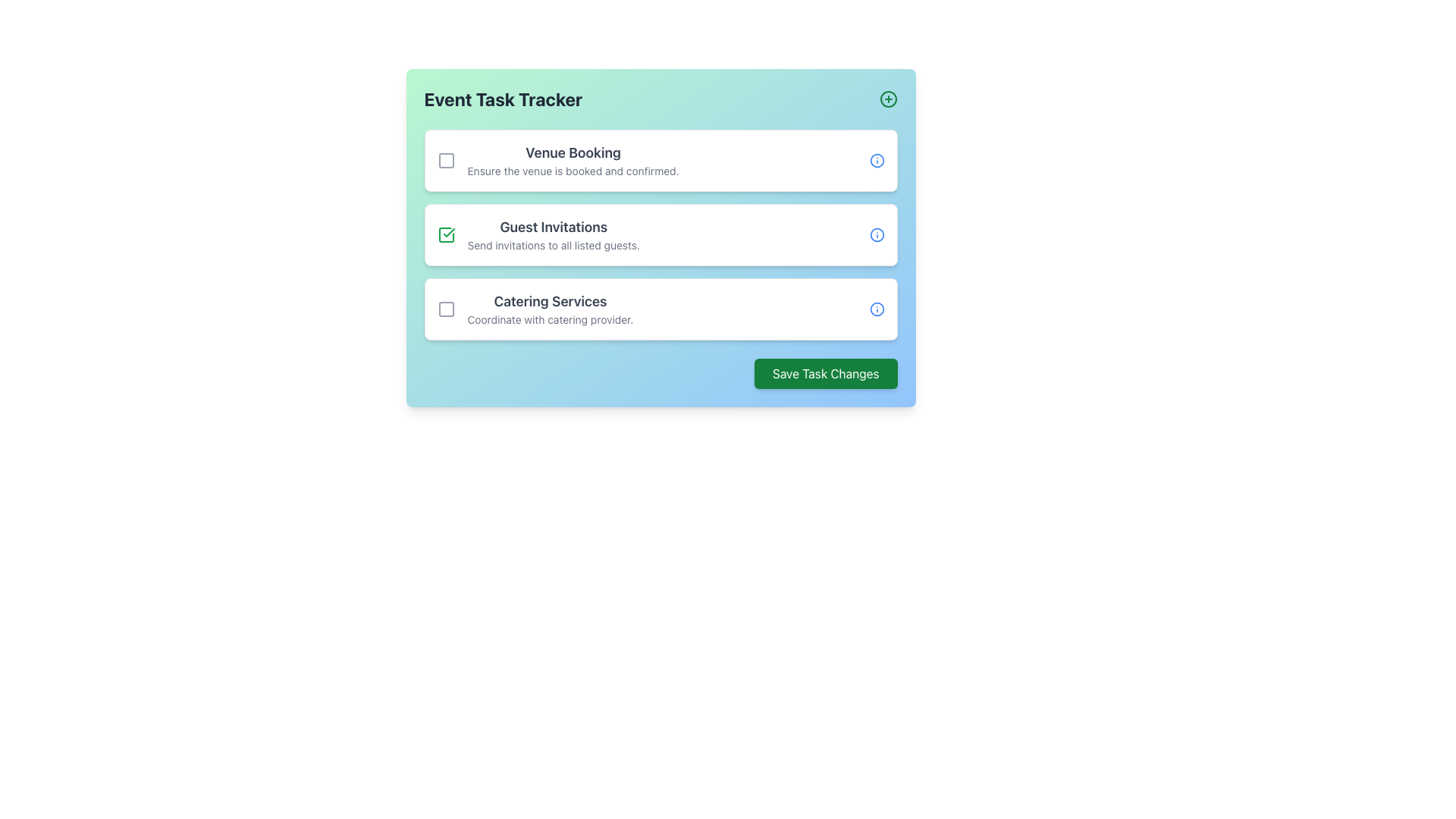 This screenshot has width=1456, height=819. Describe the element at coordinates (573, 161) in the screenshot. I see `on the text block that describes the task related` at that location.